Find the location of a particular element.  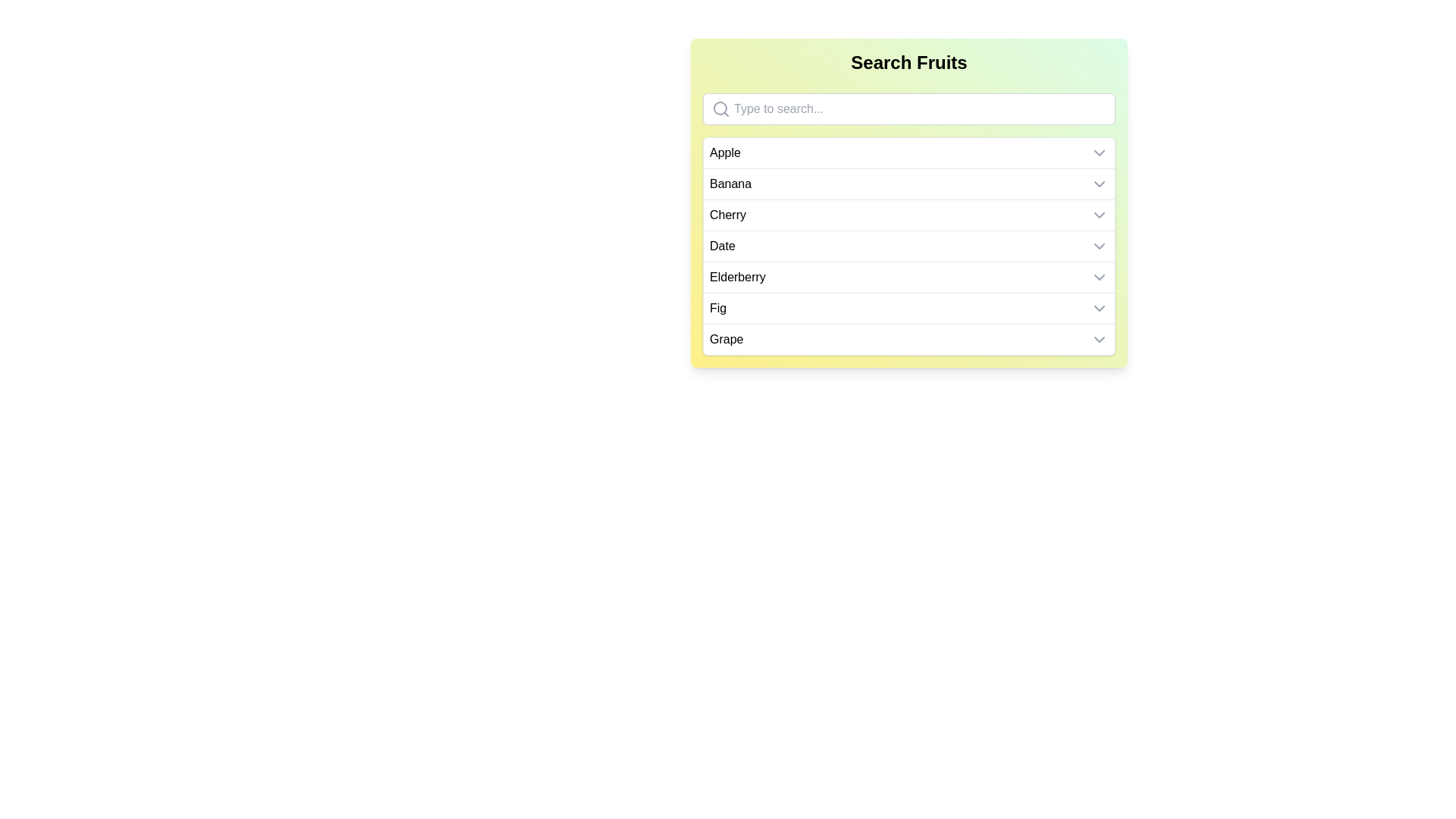

the chevron icon is located at coordinates (1099, 184).